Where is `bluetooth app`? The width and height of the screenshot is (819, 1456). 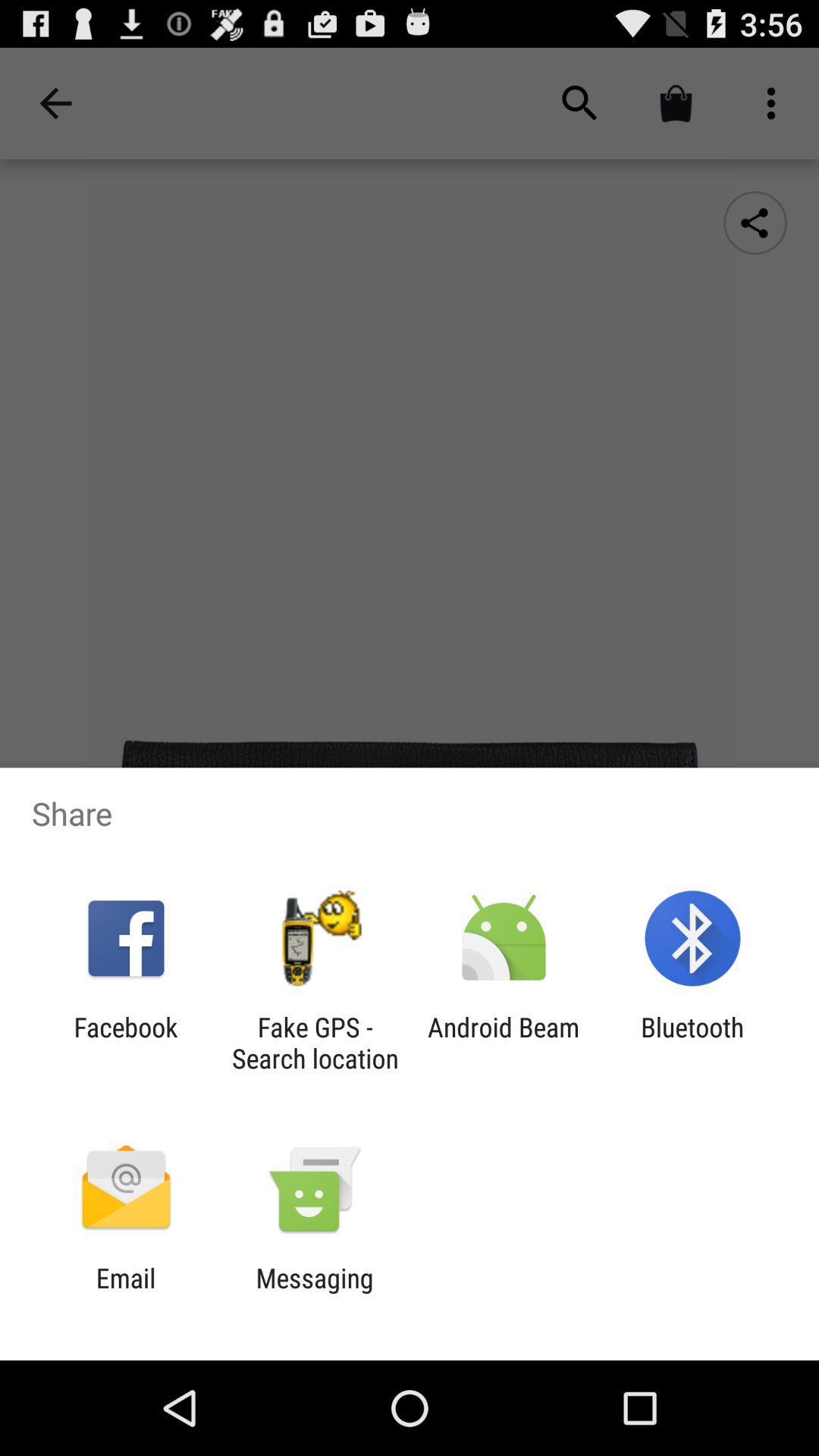
bluetooth app is located at coordinates (692, 1042).